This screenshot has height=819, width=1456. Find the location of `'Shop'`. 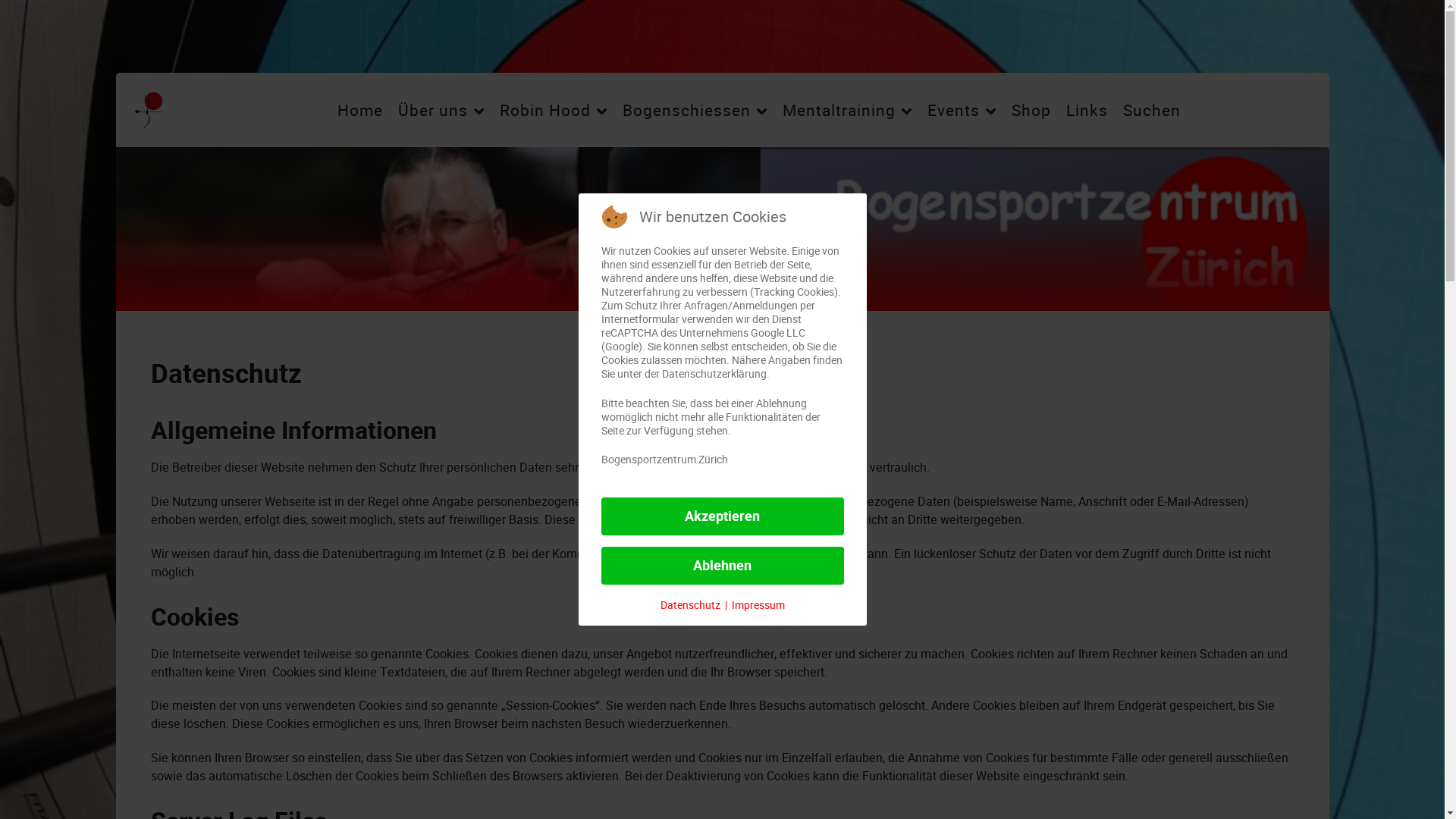

'Shop' is located at coordinates (1031, 109).